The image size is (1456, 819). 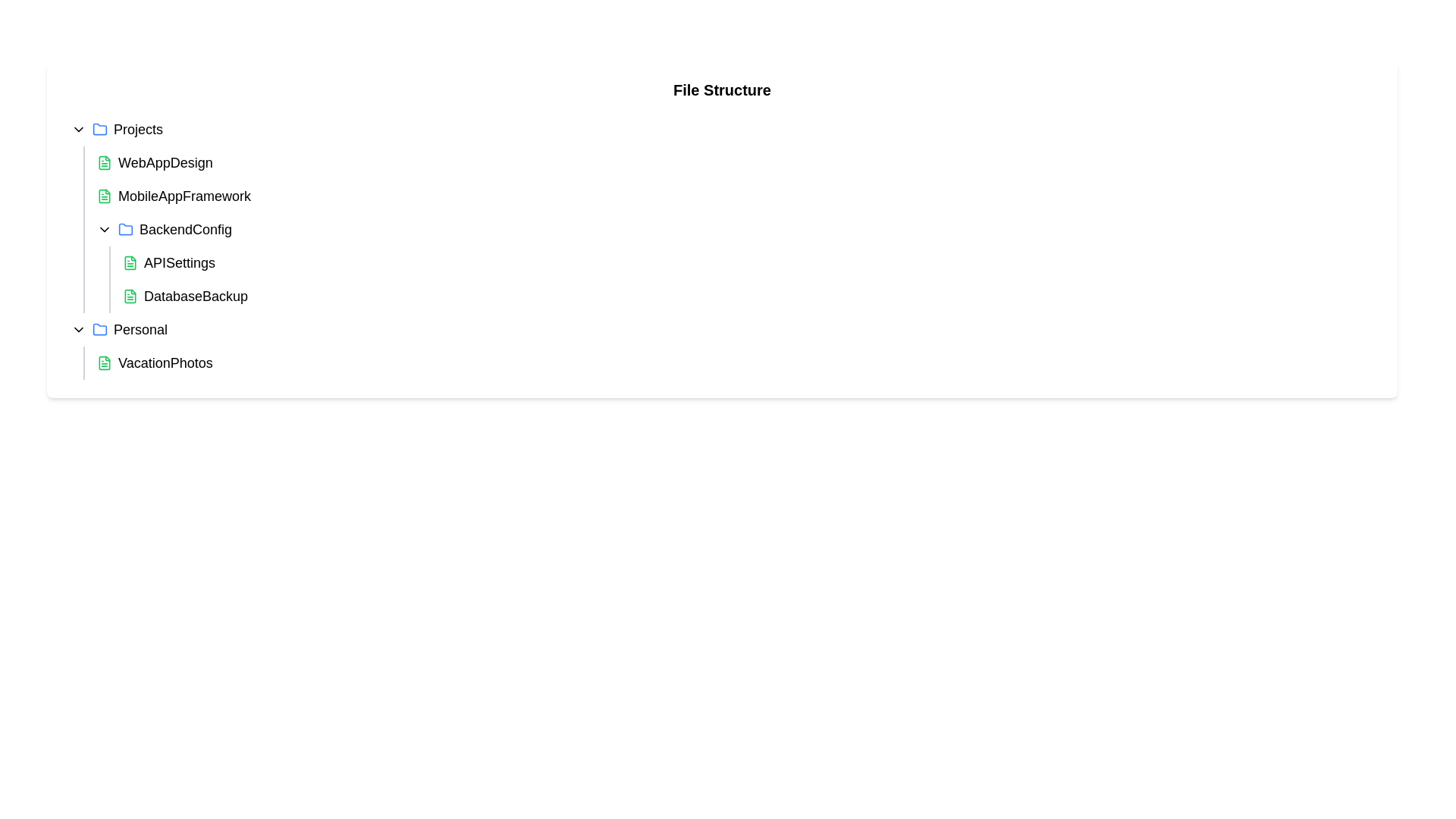 What do you see at coordinates (78, 128) in the screenshot?
I see `the downward-facing chevron icon next to the text 'Projects'` at bounding box center [78, 128].